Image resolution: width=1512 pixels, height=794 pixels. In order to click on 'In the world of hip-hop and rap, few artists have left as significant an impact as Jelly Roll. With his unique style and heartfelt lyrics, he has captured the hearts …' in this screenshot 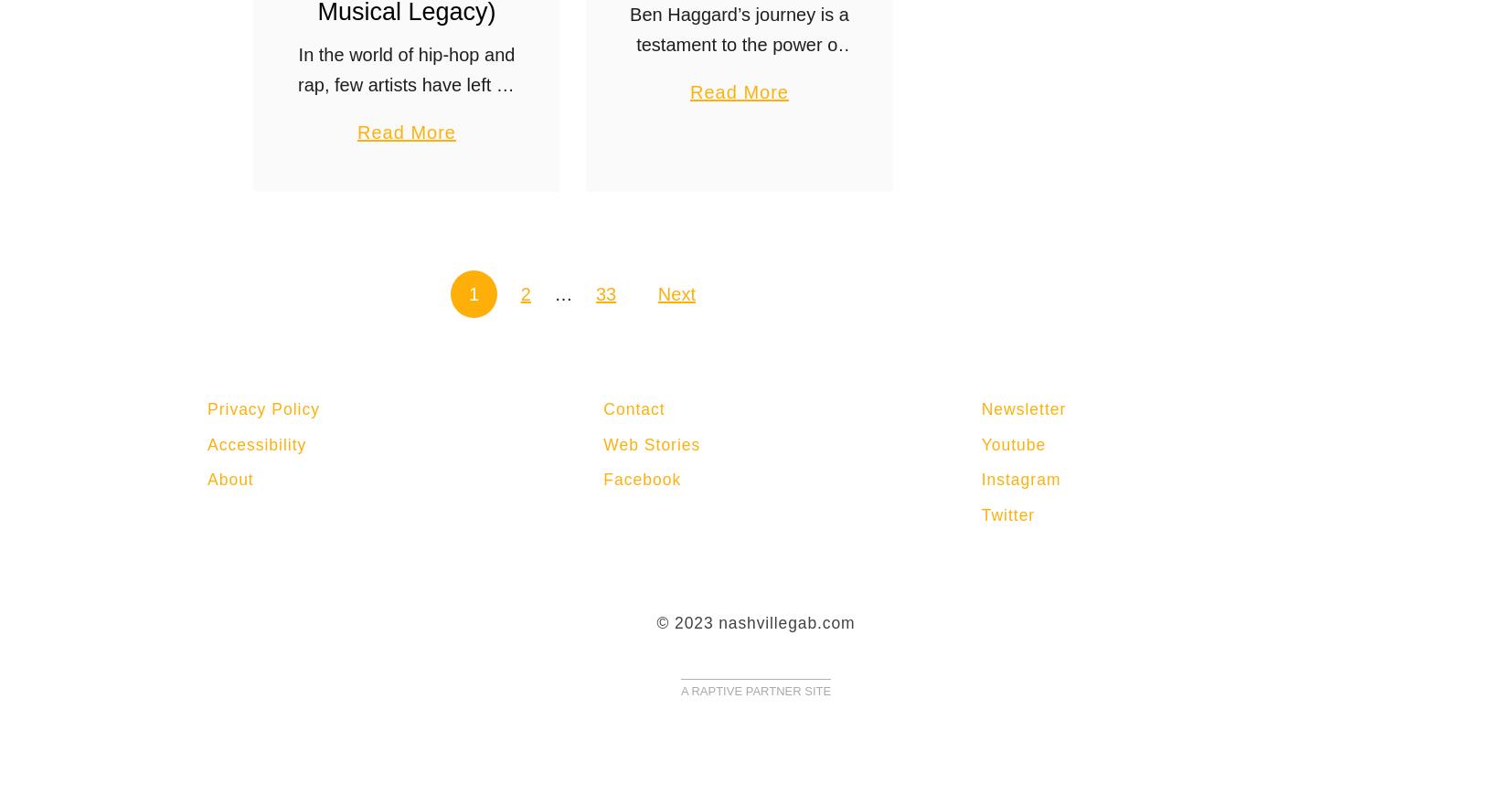, I will do `click(406, 143)`.